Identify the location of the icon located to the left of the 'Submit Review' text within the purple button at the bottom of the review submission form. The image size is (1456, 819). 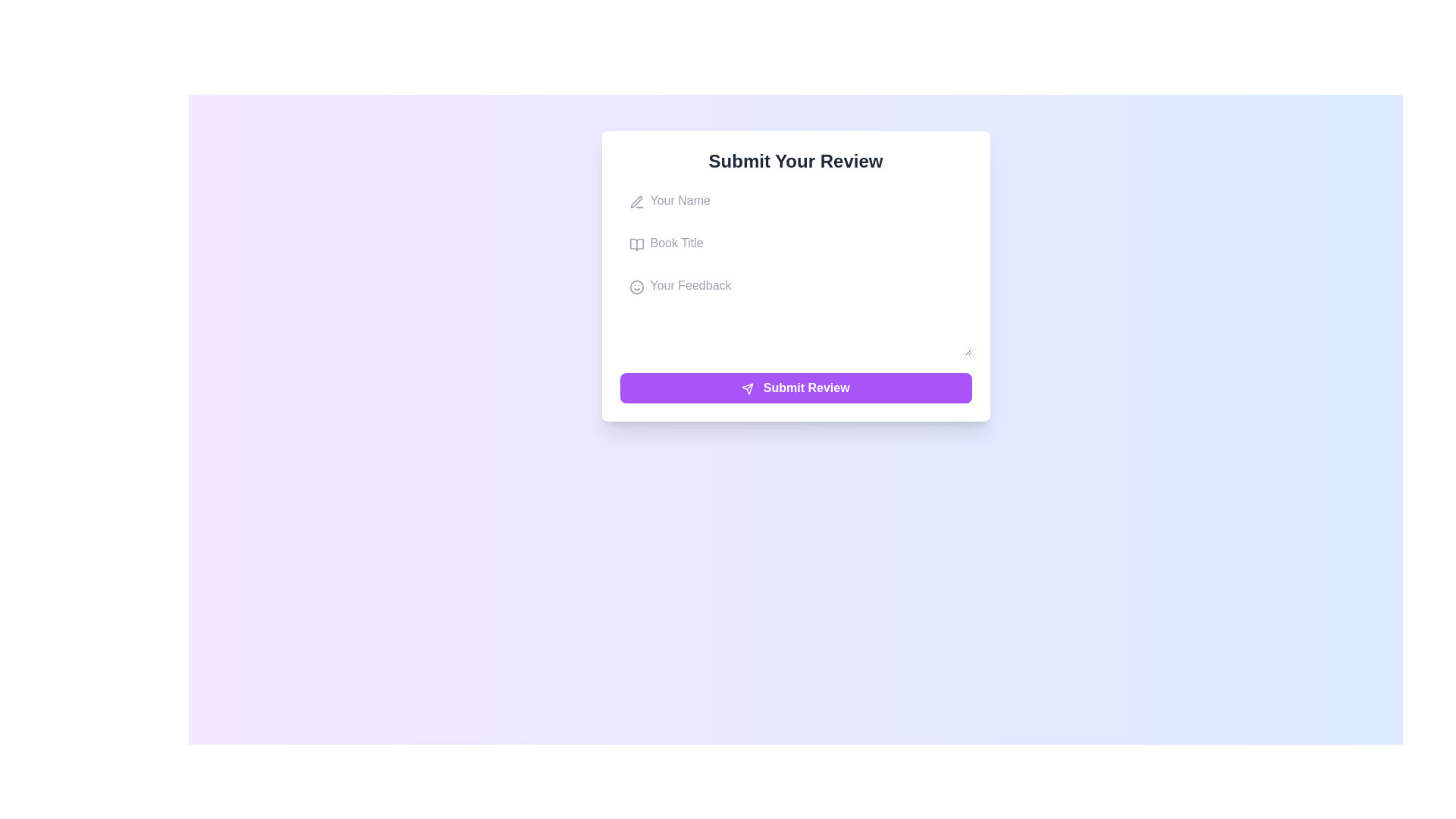
(748, 388).